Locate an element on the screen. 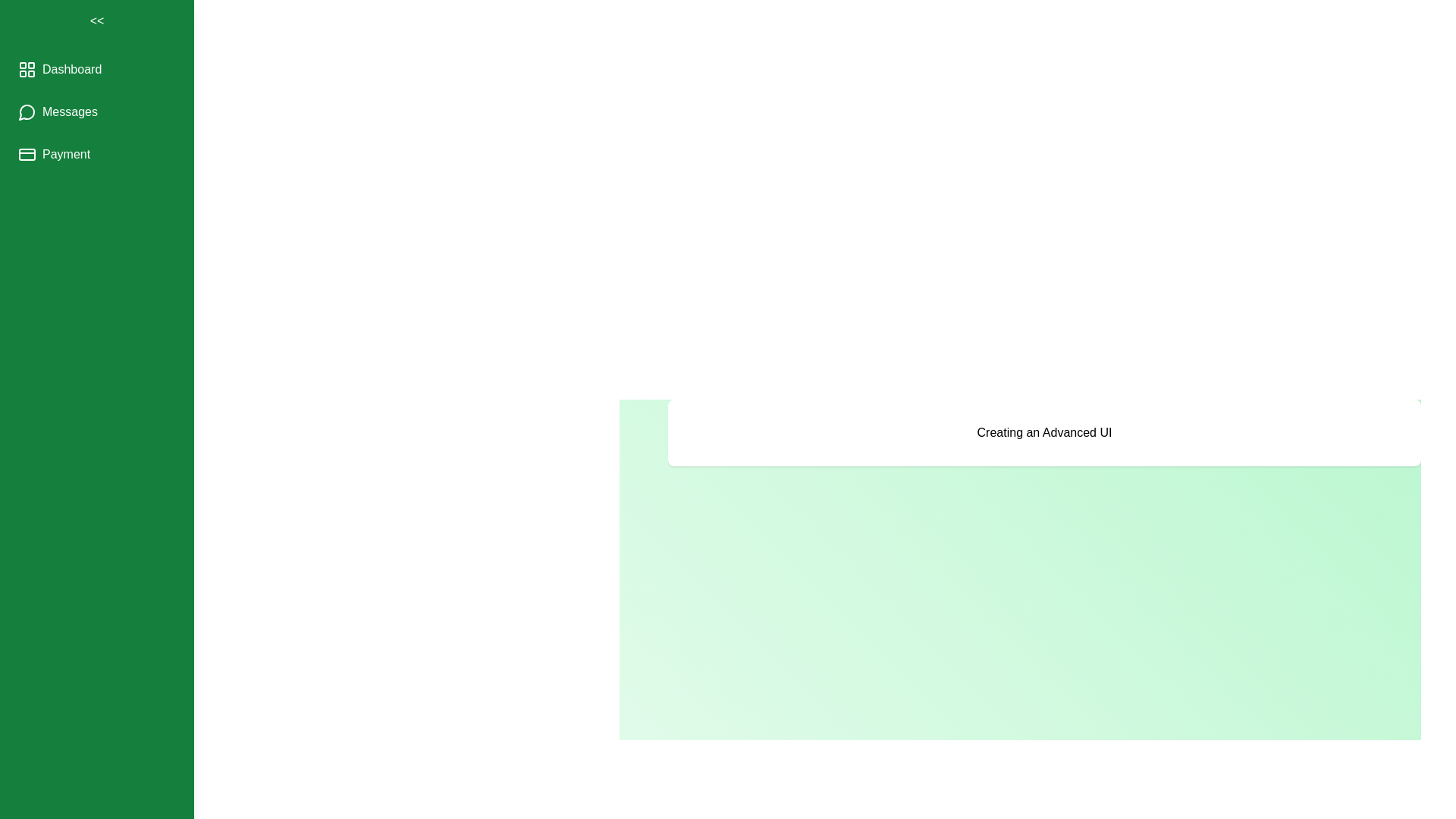  the collapsible menu toggle button located in the top-left corner of the sidebar is located at coordinates (96, 20).